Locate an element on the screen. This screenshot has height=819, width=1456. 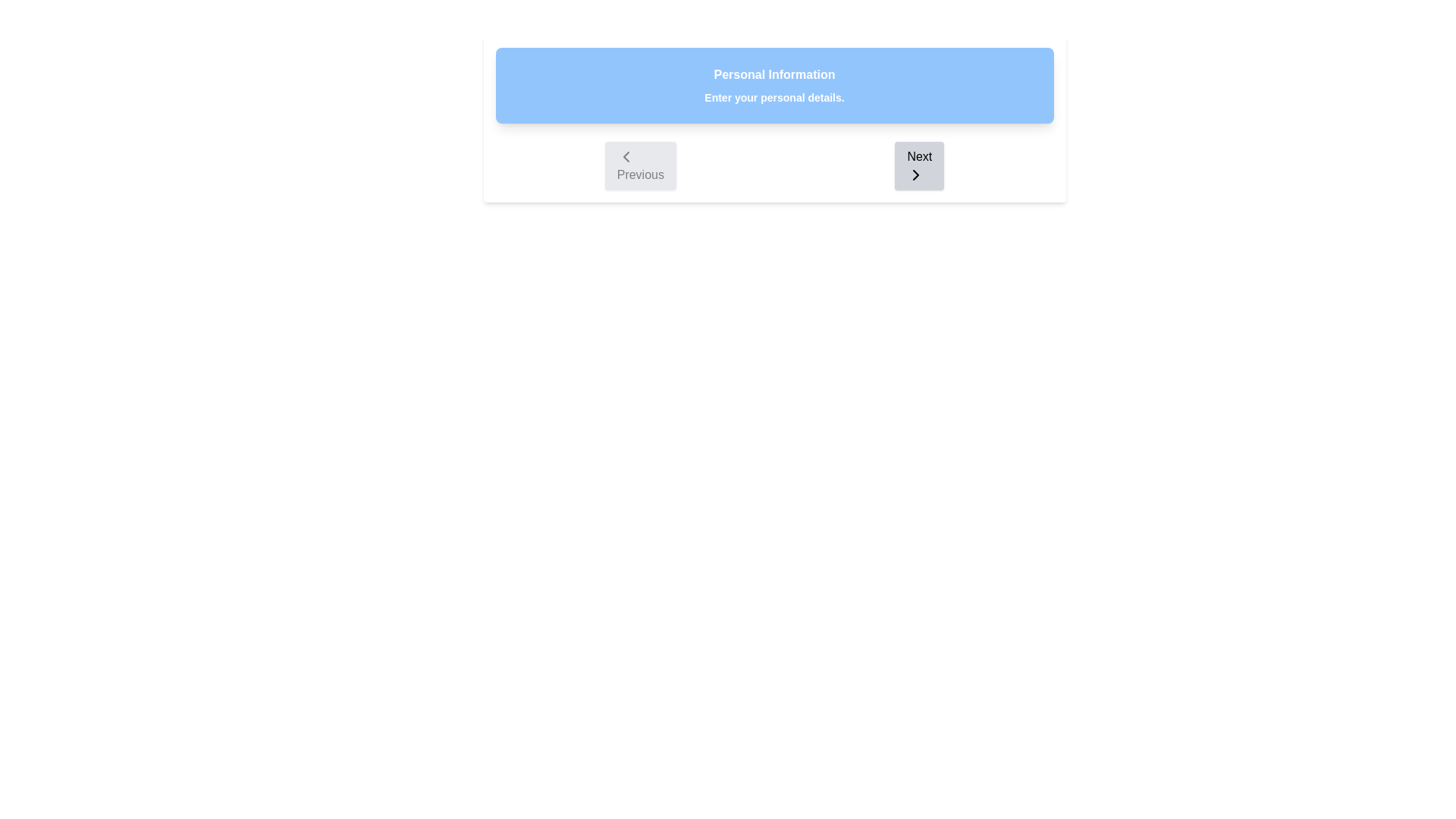
the navigation button for proceeding to the next step located near the bottom of the blue section labeled 'Personal Information' is located at coordinates (918, 166).